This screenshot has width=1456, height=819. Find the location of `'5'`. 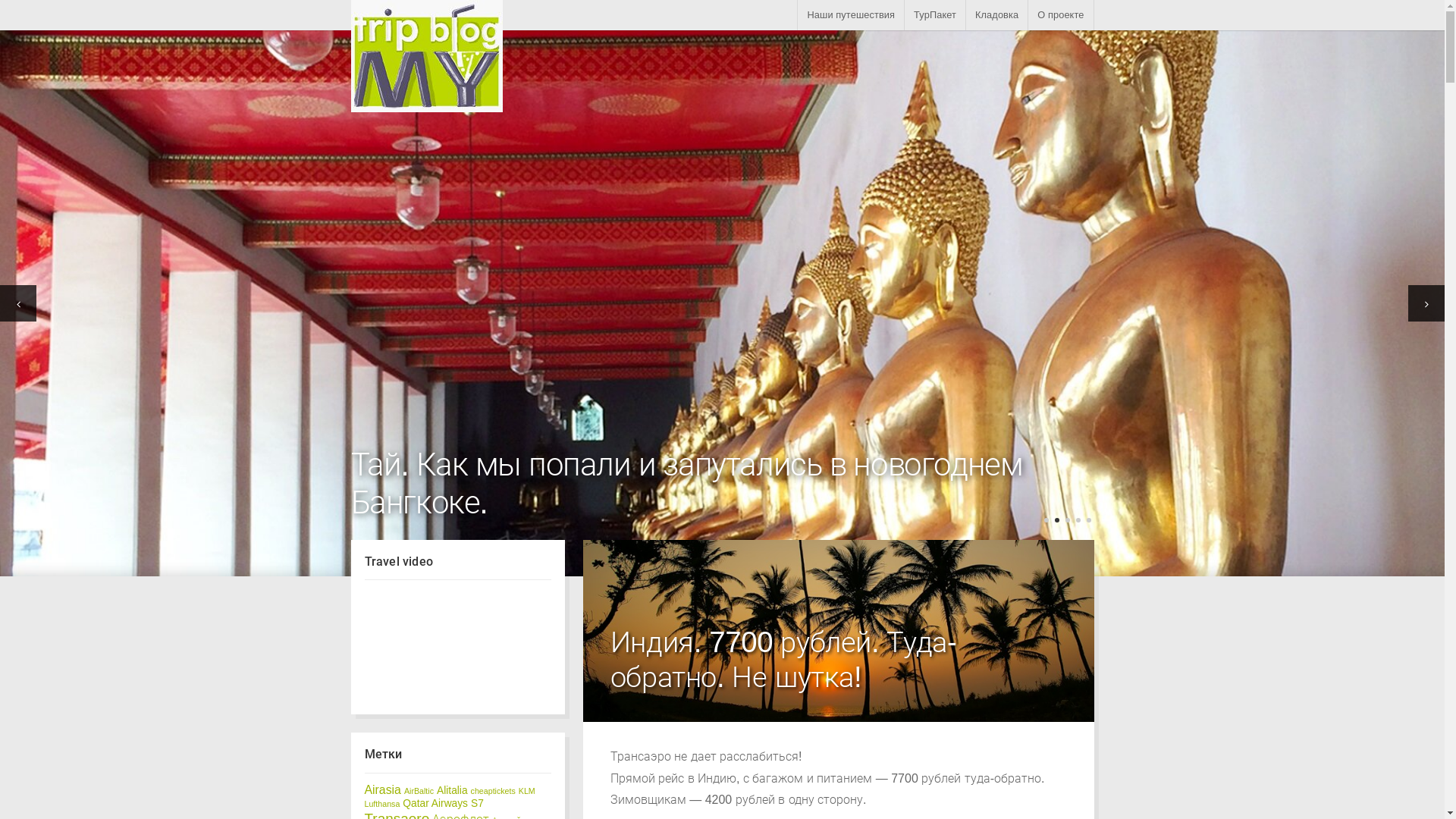

'5' is located at coordinates (1087, 519).